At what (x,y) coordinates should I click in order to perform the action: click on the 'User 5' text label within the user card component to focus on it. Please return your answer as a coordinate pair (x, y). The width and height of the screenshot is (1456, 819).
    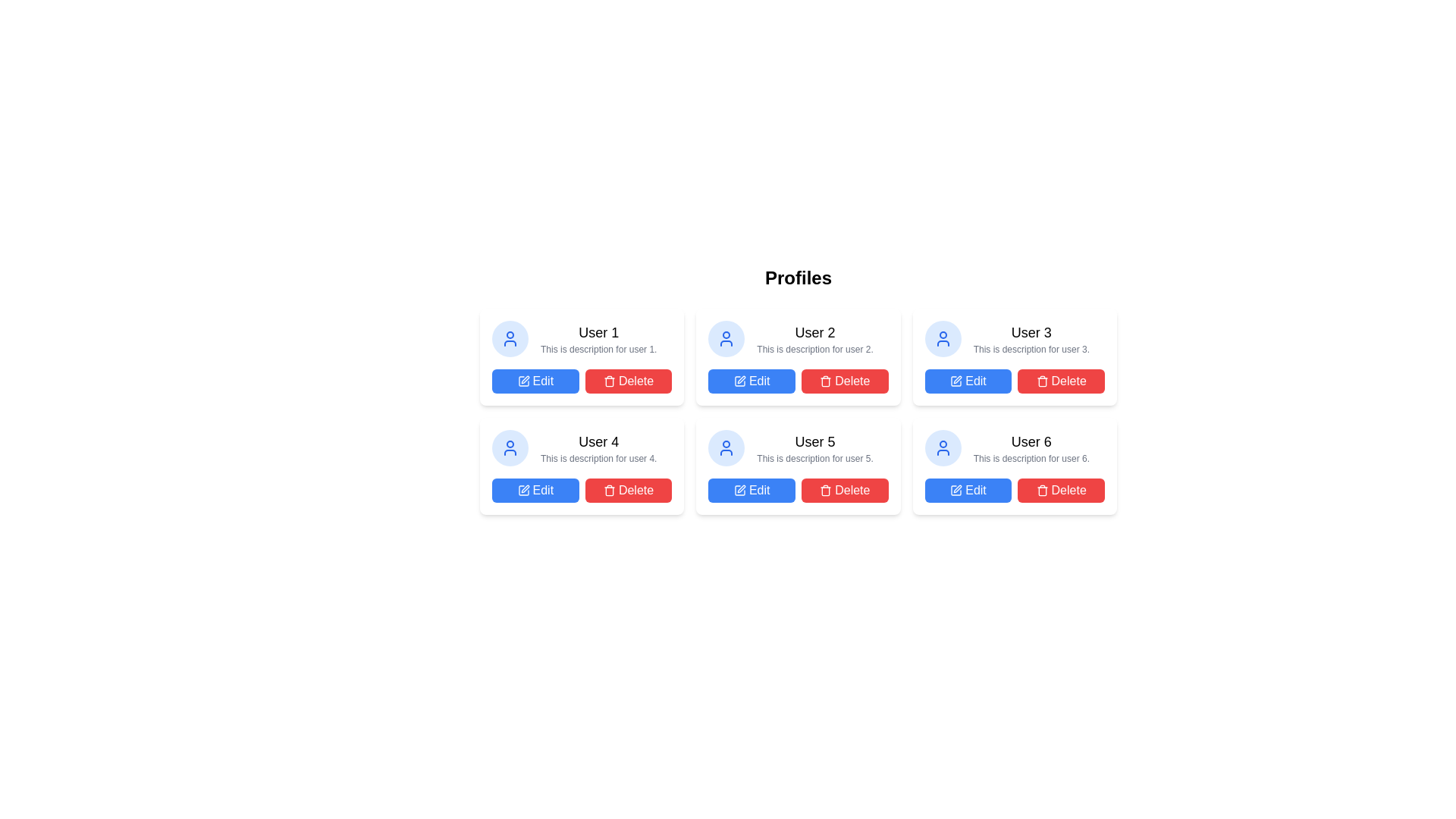
    Looking at the image, I should click on (797, 432).